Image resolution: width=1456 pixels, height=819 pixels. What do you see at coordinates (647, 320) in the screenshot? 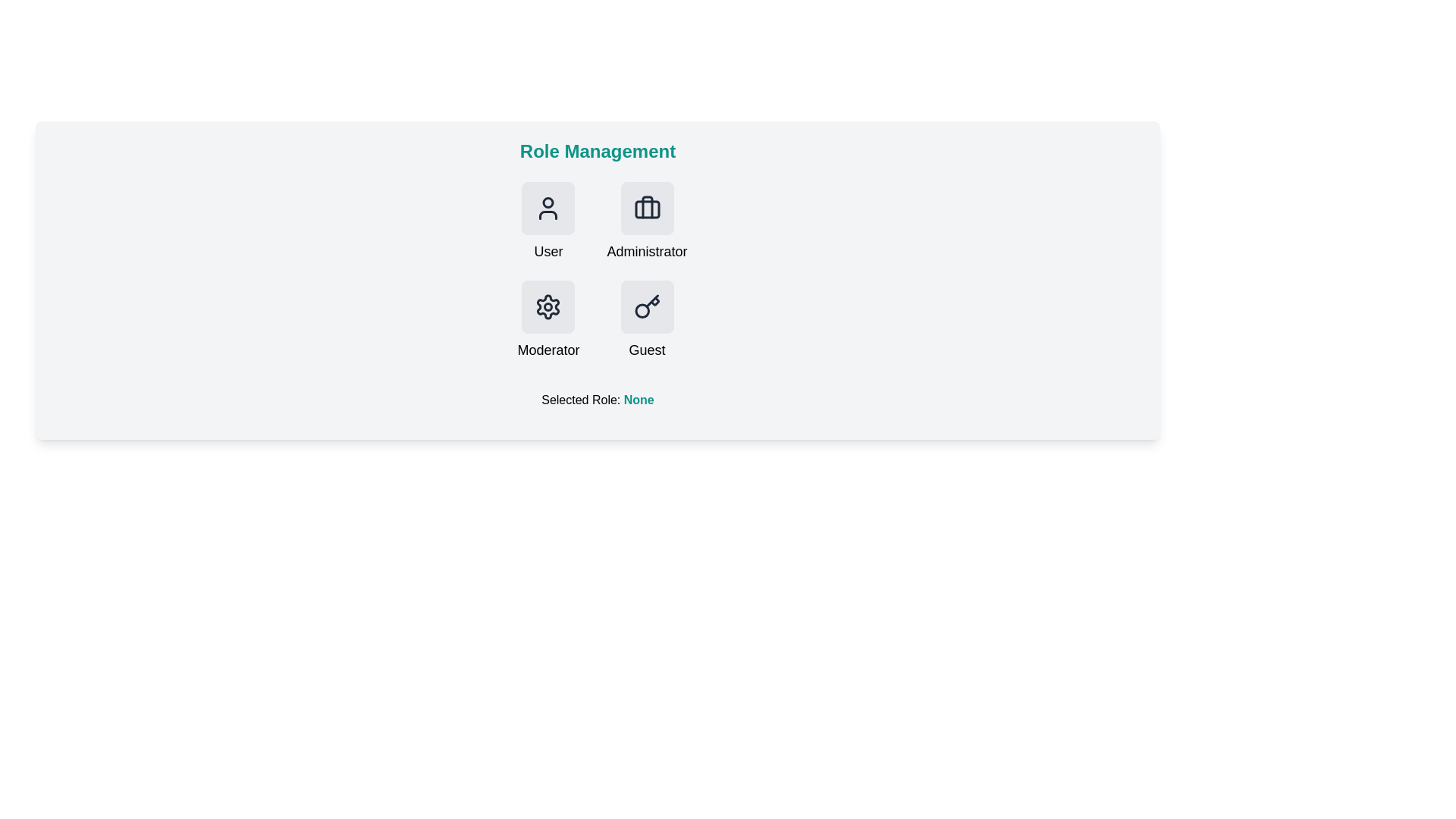
I see `the 'Guest' user role button located in the bottom-right quadrant of the interface, beneath the 'Administrator' role and to the right of the 'Moderator' role` at bounding box center [647, 320].